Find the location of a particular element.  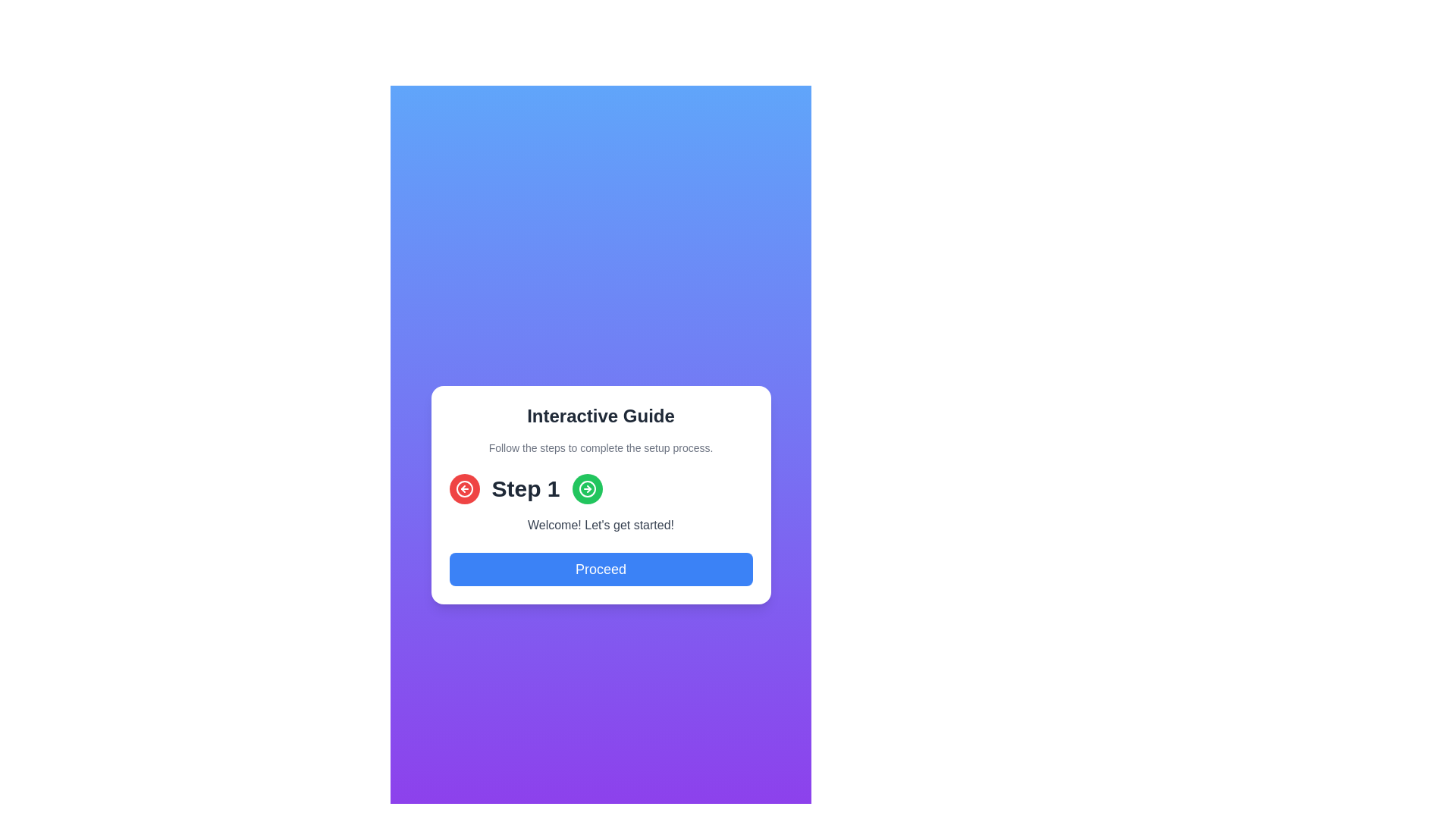

the icon button representing a backward or undo action located near the top-left corner of the central white dialog box, adjacent is located at coordinates (463, 488).